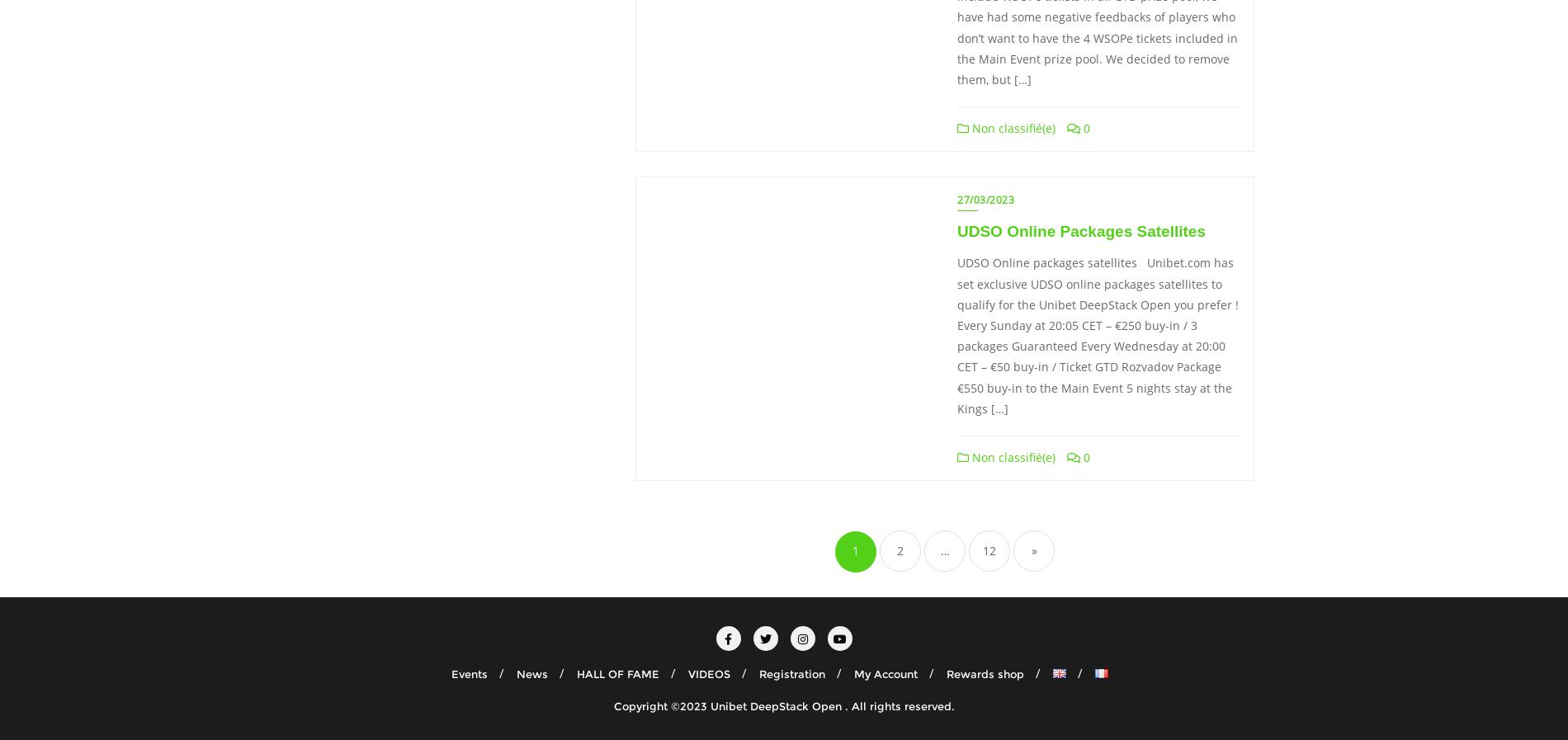  Describe the element at coordinates (616, 673) in the screenshot. I see `'HALL OF FAME'` at that location.